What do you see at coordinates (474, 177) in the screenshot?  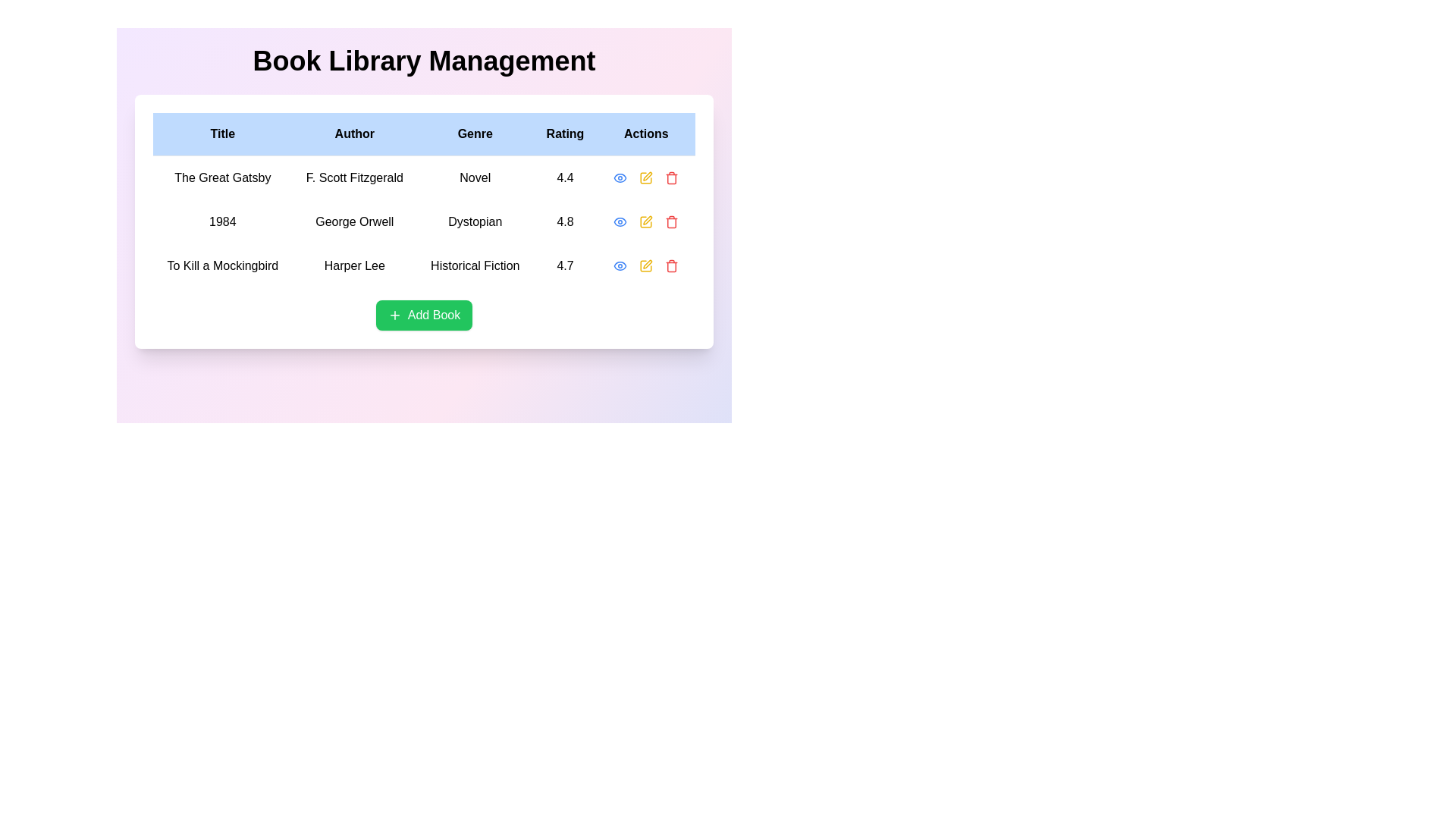 I see `the text element representing the genre of the item in the first row of the table, located under the 'Genre' header, between 'F. Scott Fitzgerald' and the rating '4.4'` at bounding box center [474, 177].